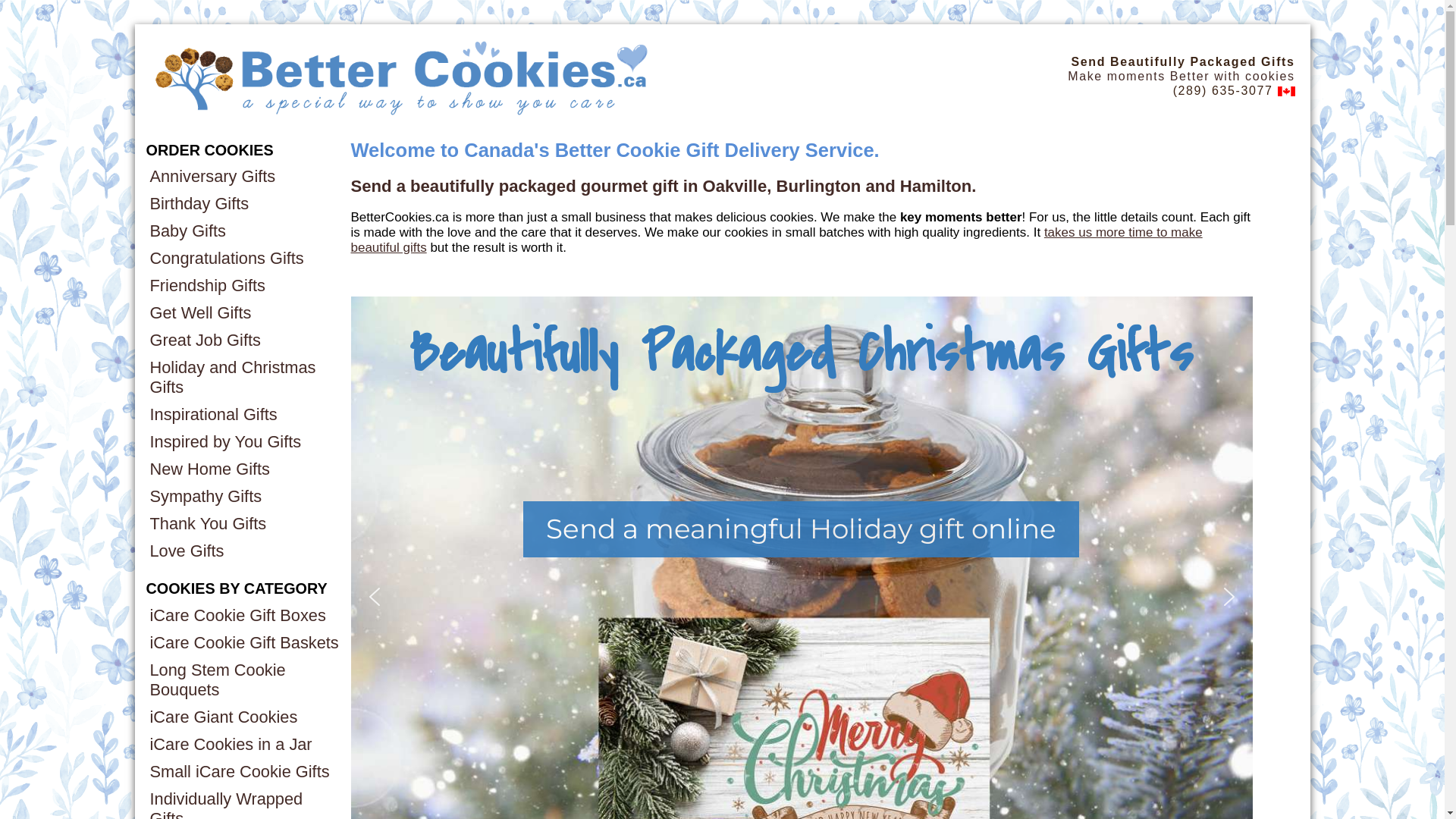  Describe the element at coordinates (243, 744) in the screenshot. I see `'iCare Cookies in a Jar'` at that location.